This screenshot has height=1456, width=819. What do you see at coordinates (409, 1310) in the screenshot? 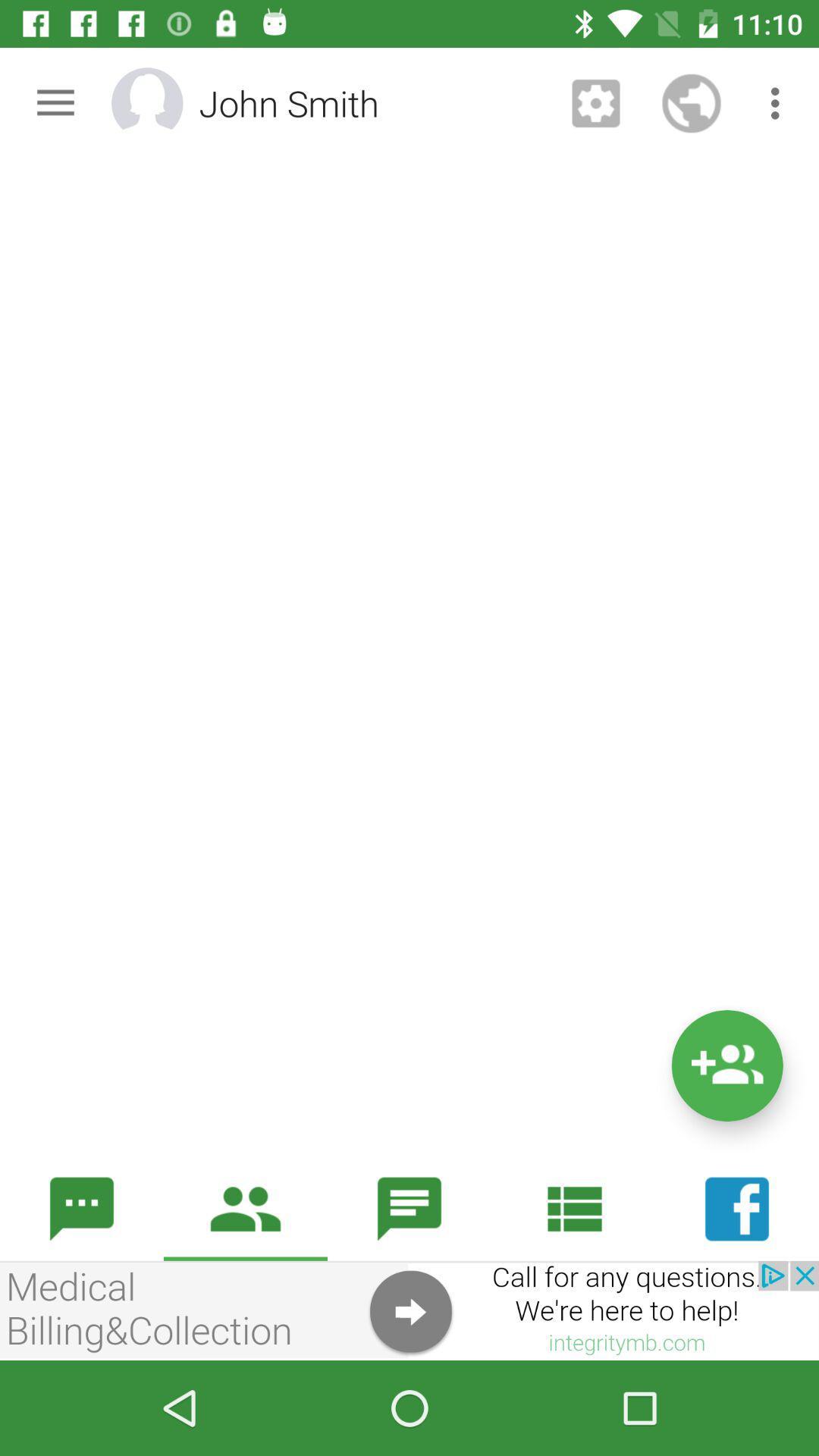
I see `see an image` at bounding box center [409, 1310].